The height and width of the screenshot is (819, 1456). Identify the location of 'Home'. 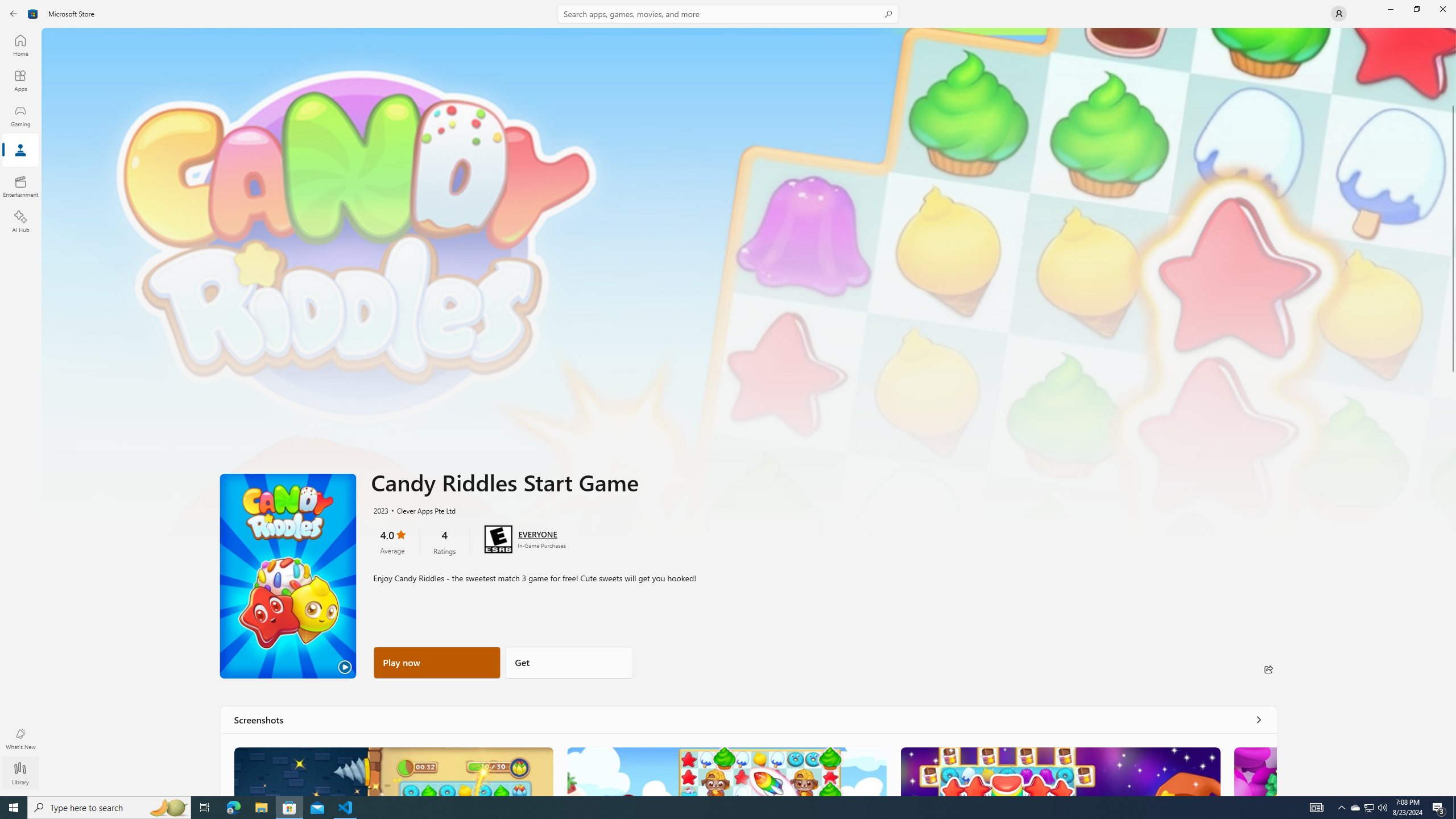
(19, 44).